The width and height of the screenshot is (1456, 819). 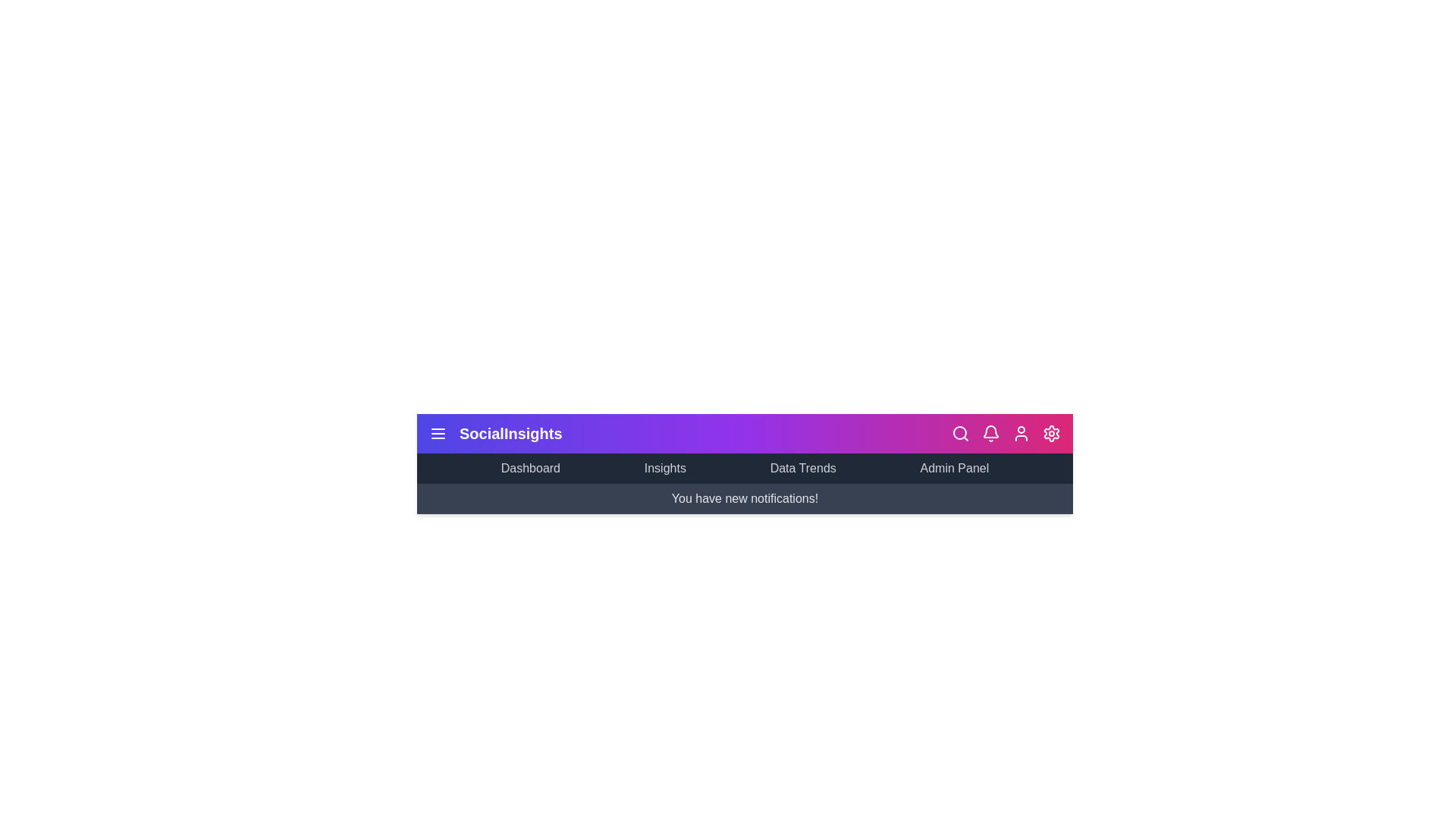 What do you see at coordinates (802, 467) in the screenshot?
I see `the 'Data Trends' menu item in the navigation bar` at bounding box center [802, 467].